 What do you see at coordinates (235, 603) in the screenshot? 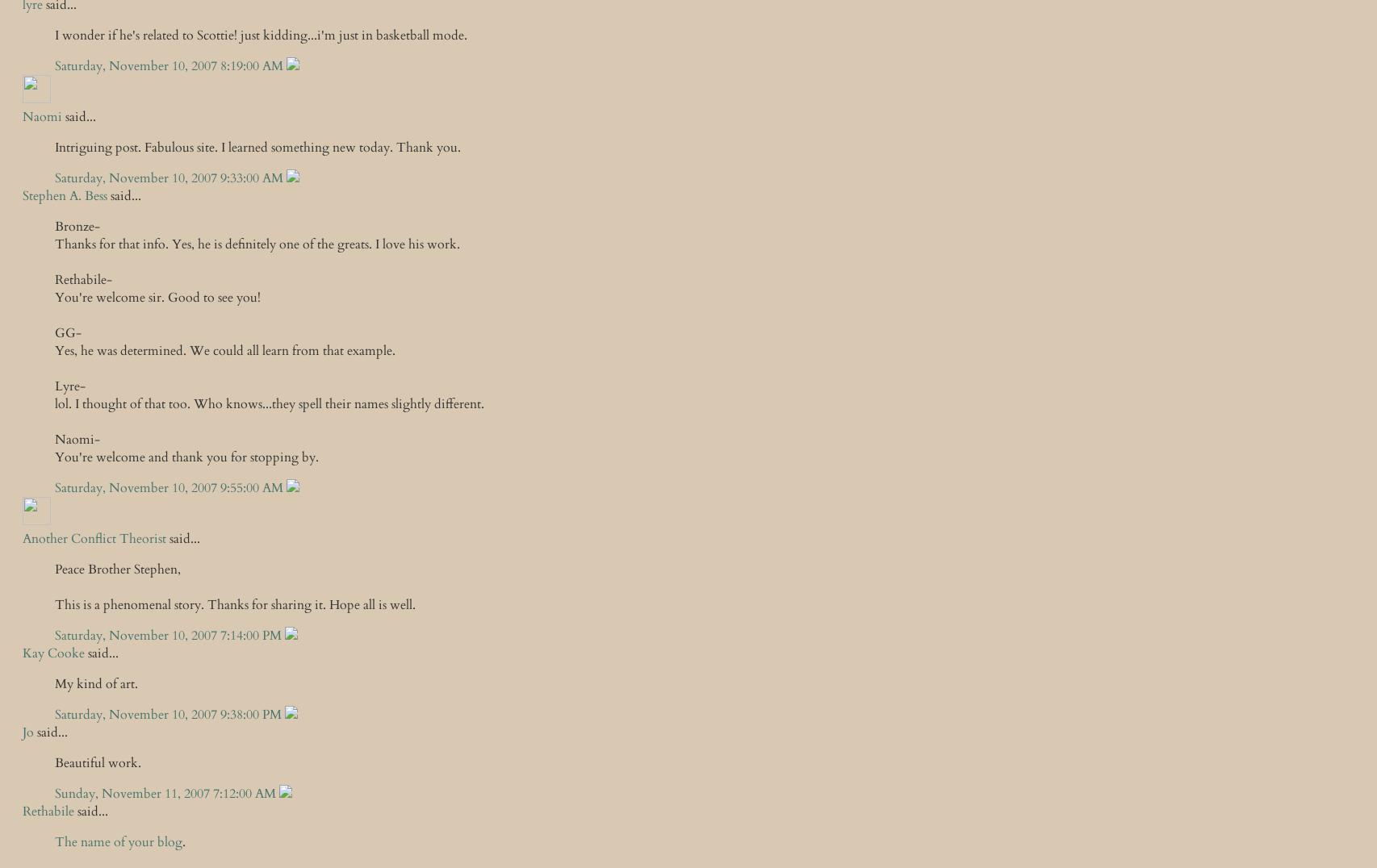
I see `'This is a phenomenal story.  Thanks for sharing it.  Hope all is well.'` at bounding box center [235, 603].